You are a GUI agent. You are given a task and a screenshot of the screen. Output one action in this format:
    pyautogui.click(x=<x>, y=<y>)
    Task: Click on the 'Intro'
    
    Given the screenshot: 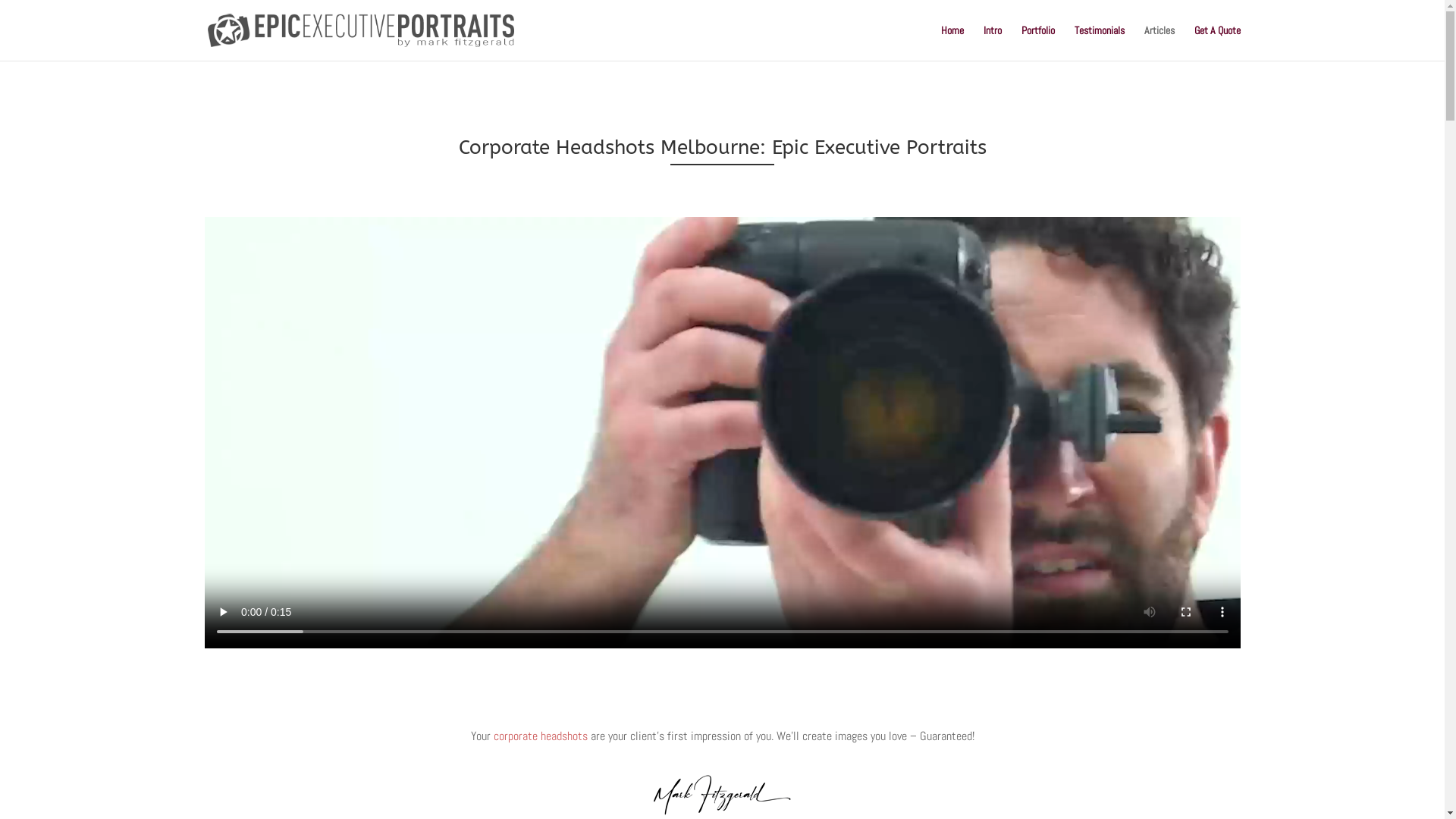 What is the action you would take?
    pyautogui.click(x=992, y=42)
    